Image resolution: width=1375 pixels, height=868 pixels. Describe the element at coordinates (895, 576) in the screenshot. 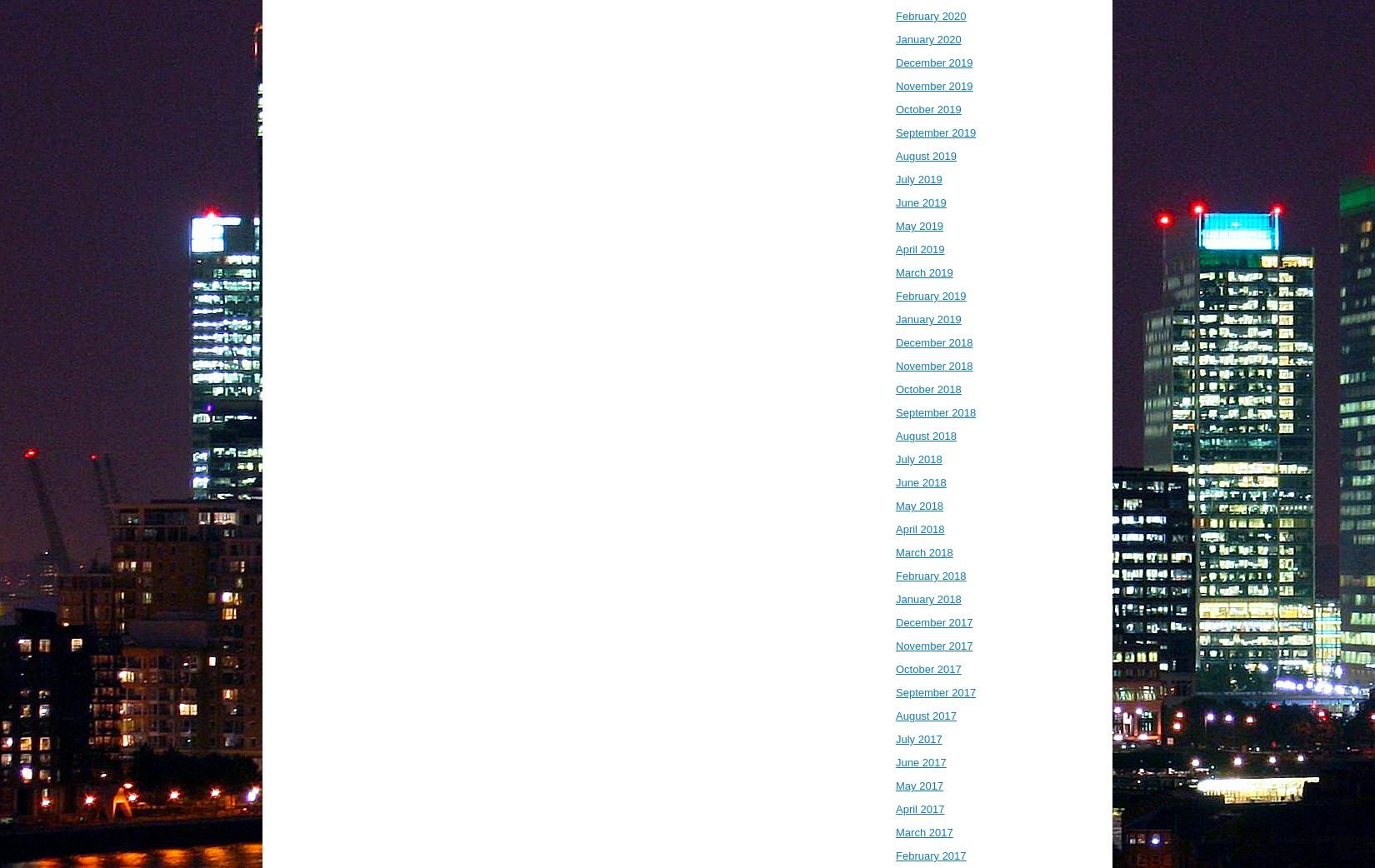

I see `'February 2018'` at that location.